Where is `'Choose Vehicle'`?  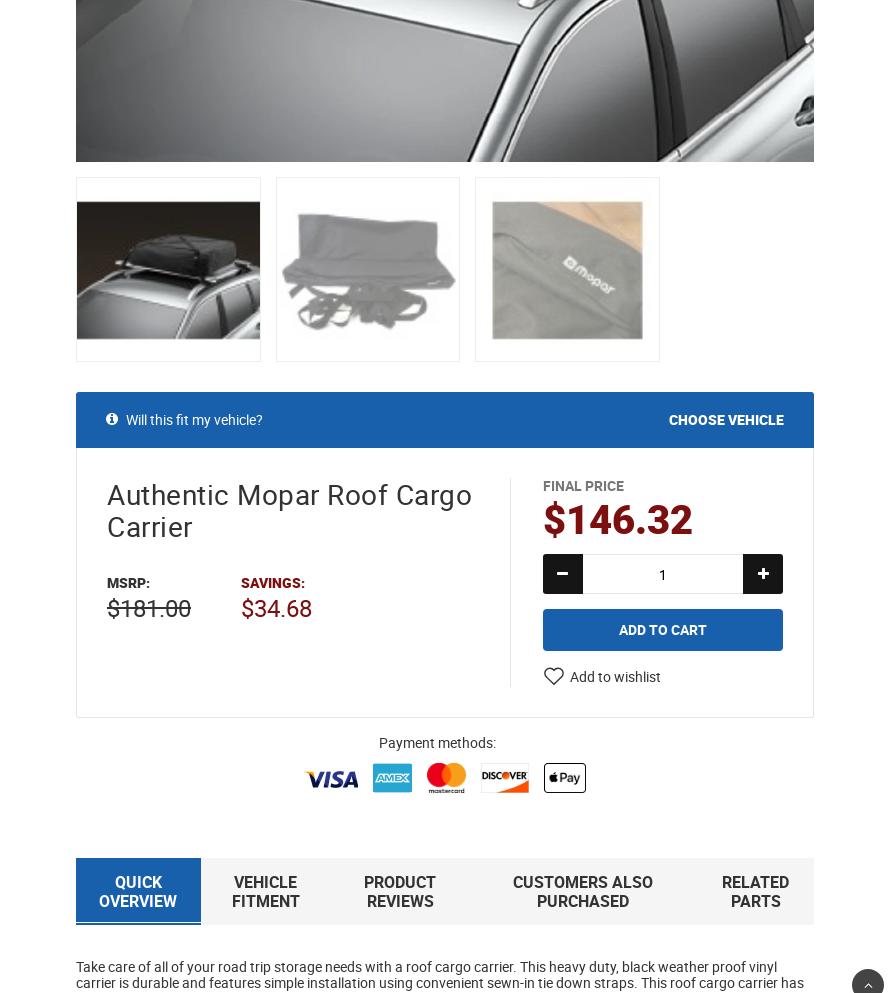 'Choose Vehicle' is located at coordinates (668, 417).